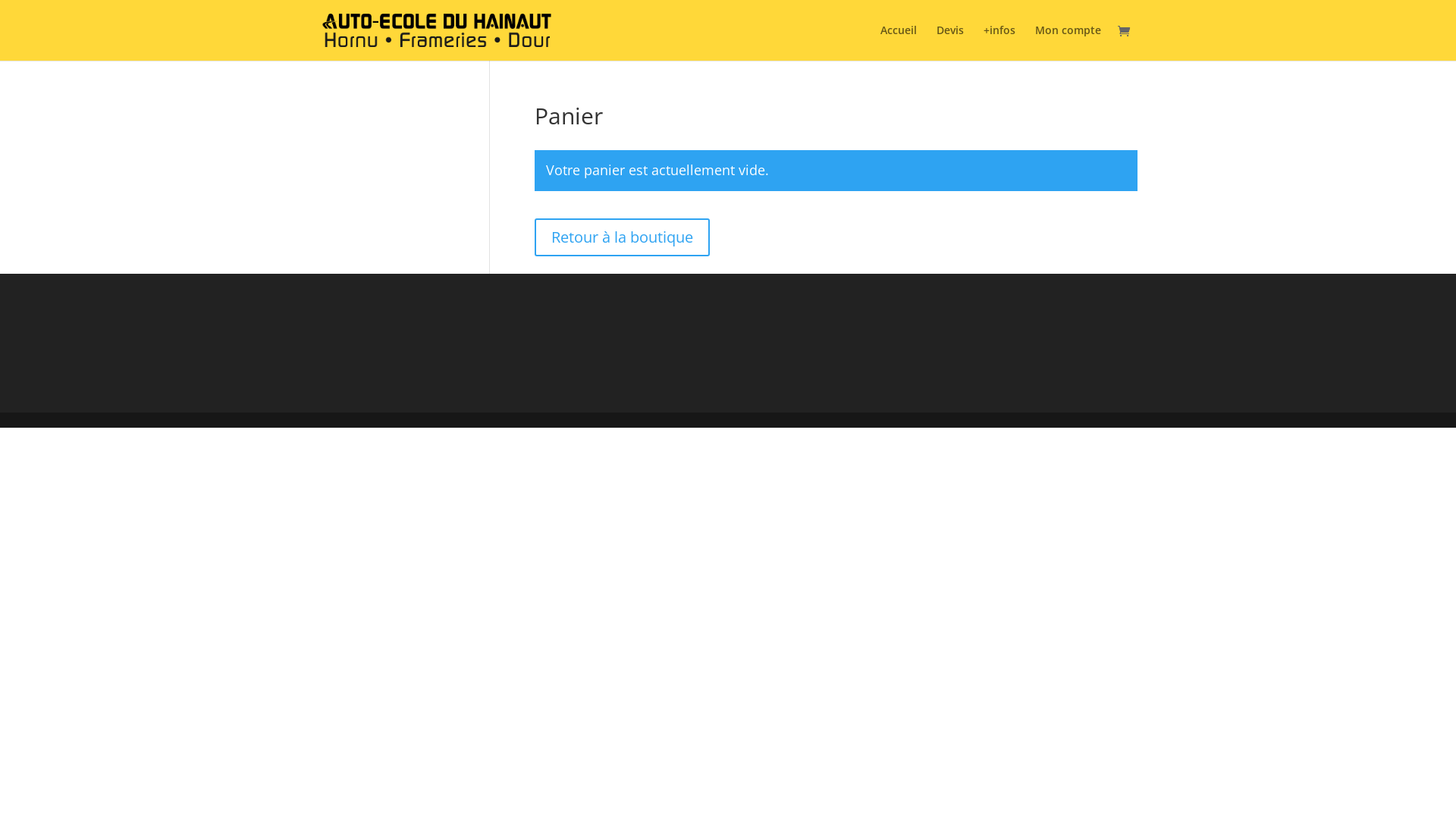 The height and width of the screenshot is (819, 1456). I want to click on 'Accueil', so click(880, 42).